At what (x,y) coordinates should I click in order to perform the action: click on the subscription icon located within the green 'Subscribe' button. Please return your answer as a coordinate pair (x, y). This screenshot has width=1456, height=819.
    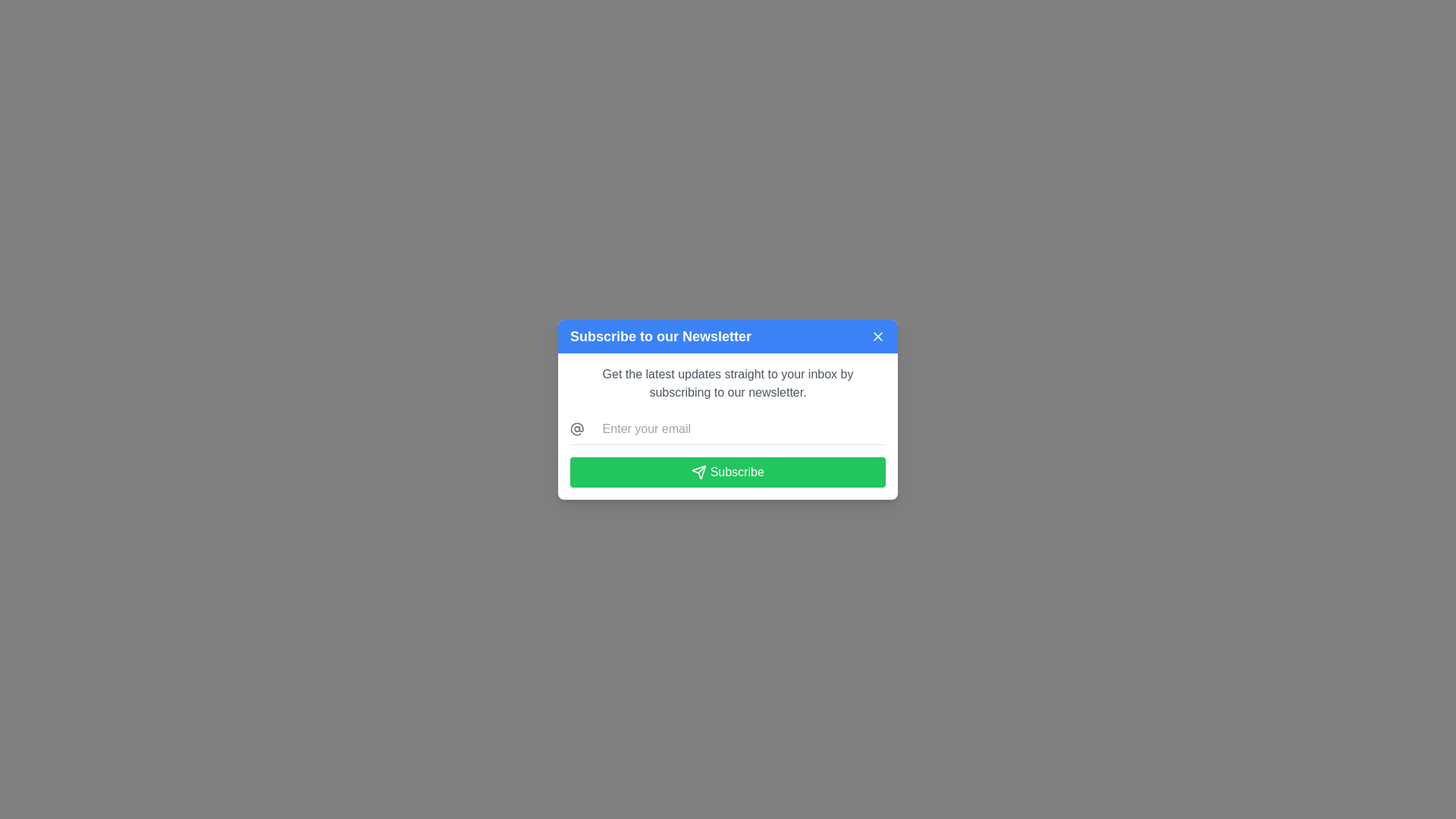
    Looking at the image, I should click on (698, 472).